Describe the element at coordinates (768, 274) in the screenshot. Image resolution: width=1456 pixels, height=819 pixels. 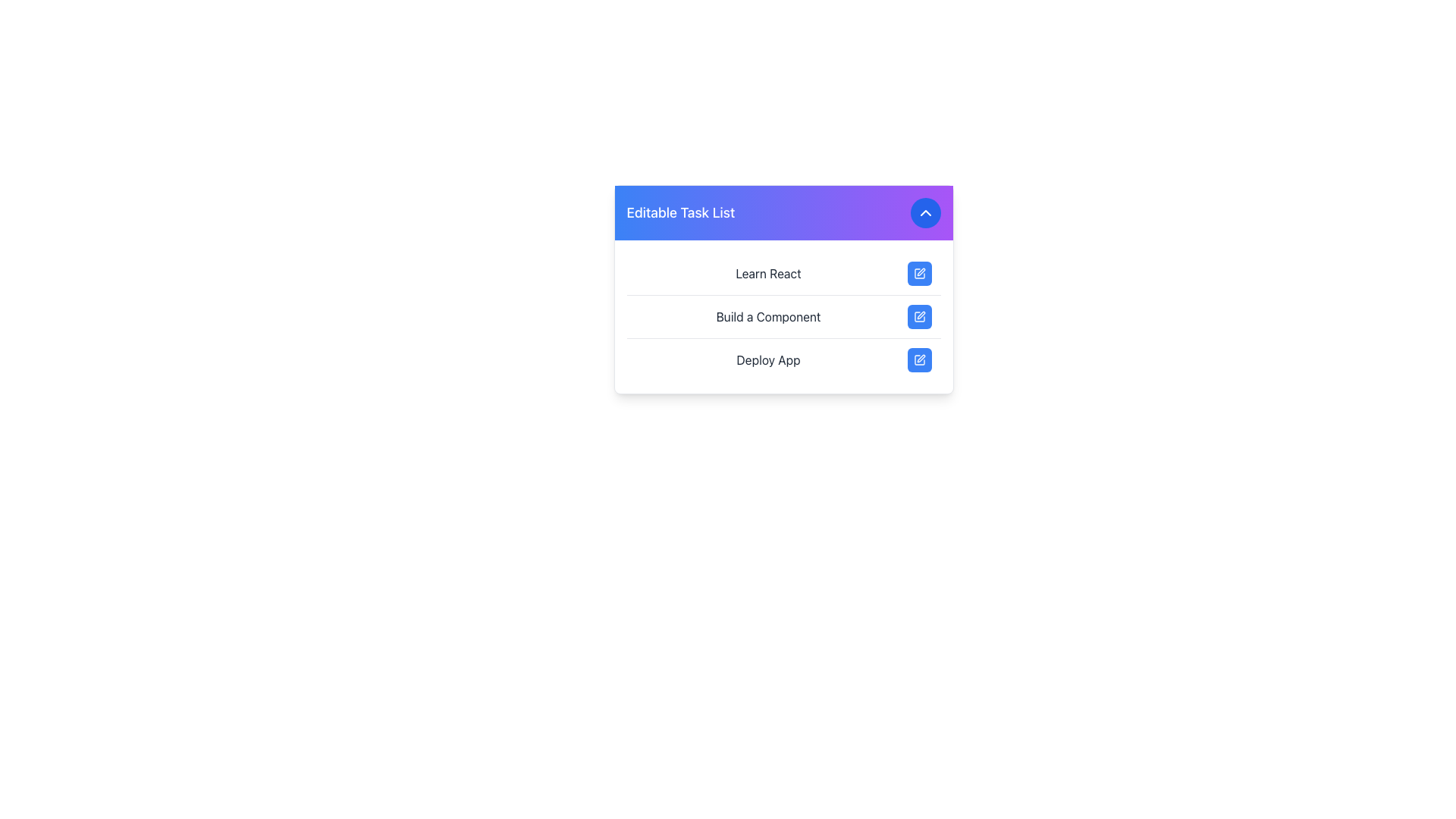
I see `the 'Learn React' text label` at that location.